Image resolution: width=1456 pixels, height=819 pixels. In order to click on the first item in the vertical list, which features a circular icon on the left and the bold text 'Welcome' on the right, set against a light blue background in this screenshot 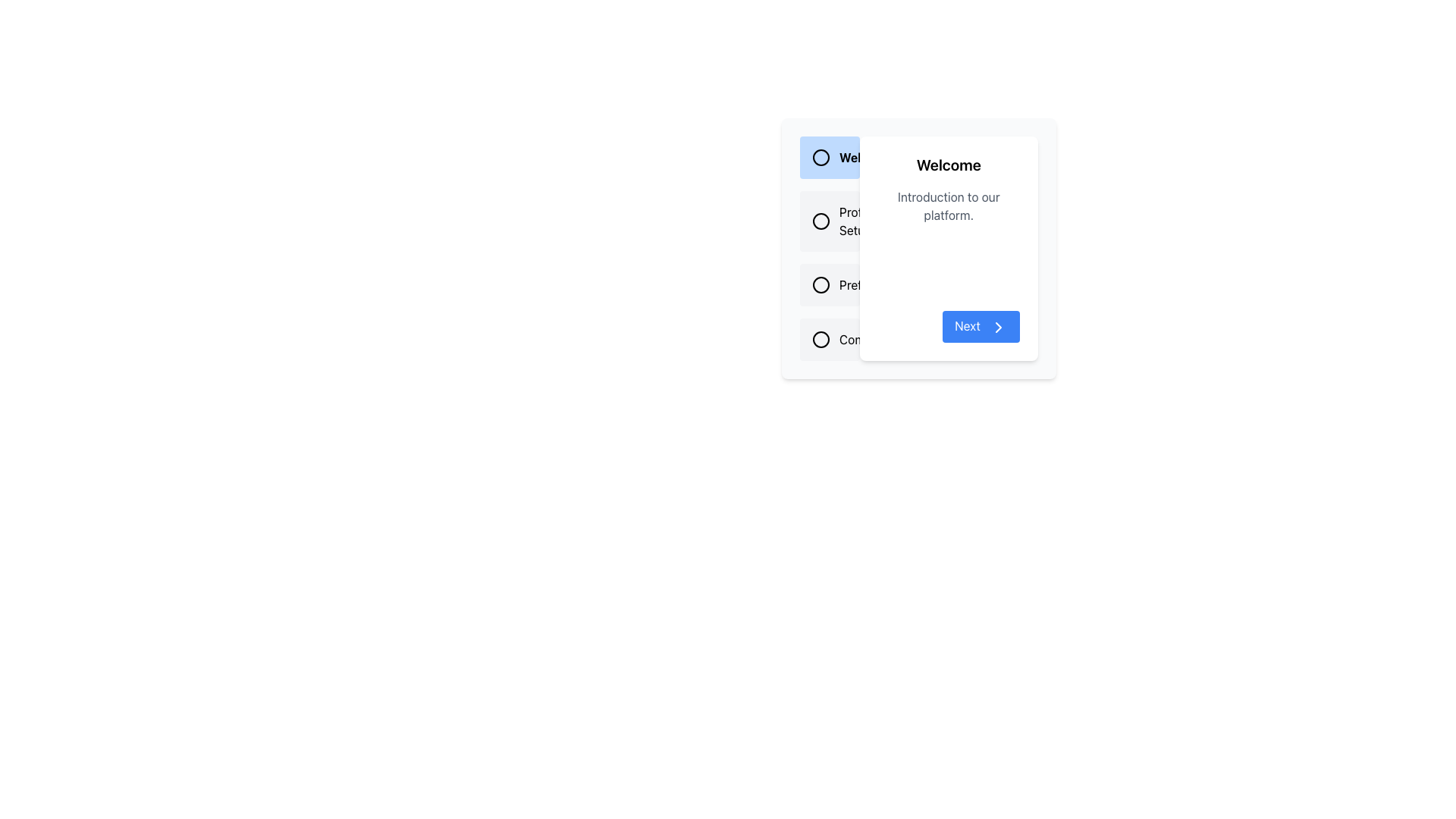, I will do `click(829, 158)`.